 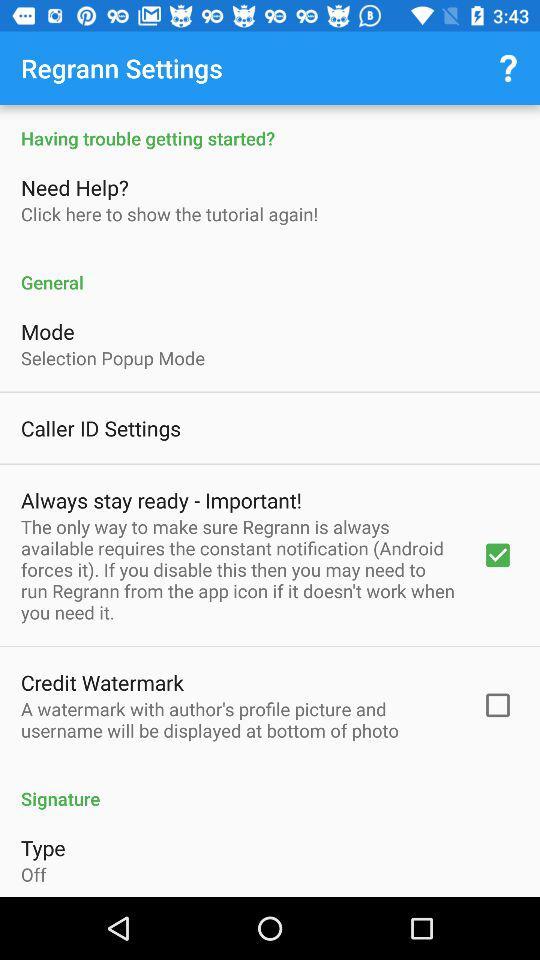 What do you see at coordinates (238, 569) in the screenshot?
I see `the the only way` at bounding box center [238, 569].